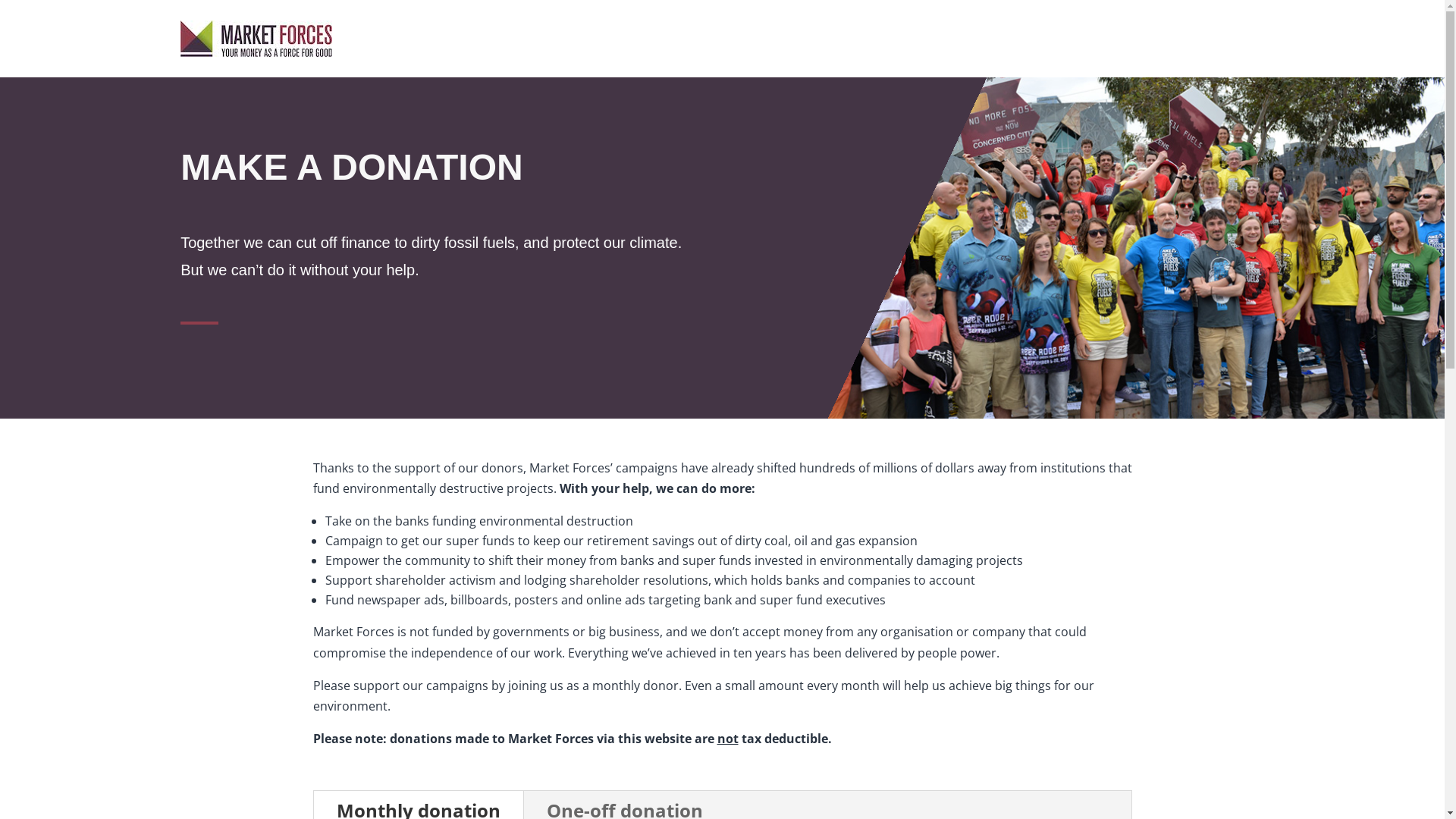 Image resolution: width=1456 pixels, height=819 pixels. What do you see at coordinates (256, 37) in the screenshot?
I see `'Market Forces logo'` at bounding box center [256, 37].